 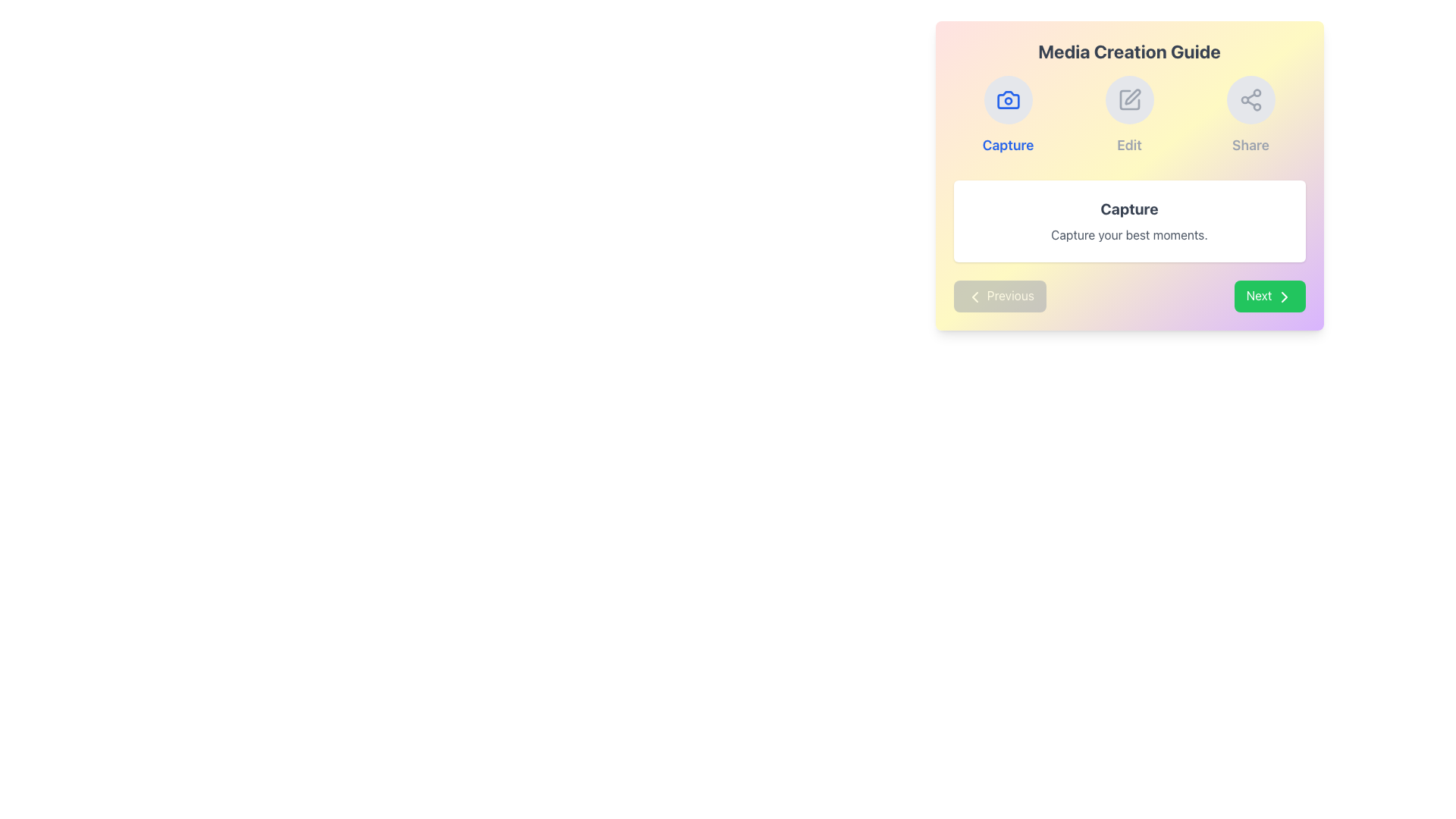 What do you see at coordinates (1250, 146) in the screenshot?
I see `the Text Label providing a description for the share icon in the top right section of the 'Media Creation Guide' card` at bounding box center [1250, 146].